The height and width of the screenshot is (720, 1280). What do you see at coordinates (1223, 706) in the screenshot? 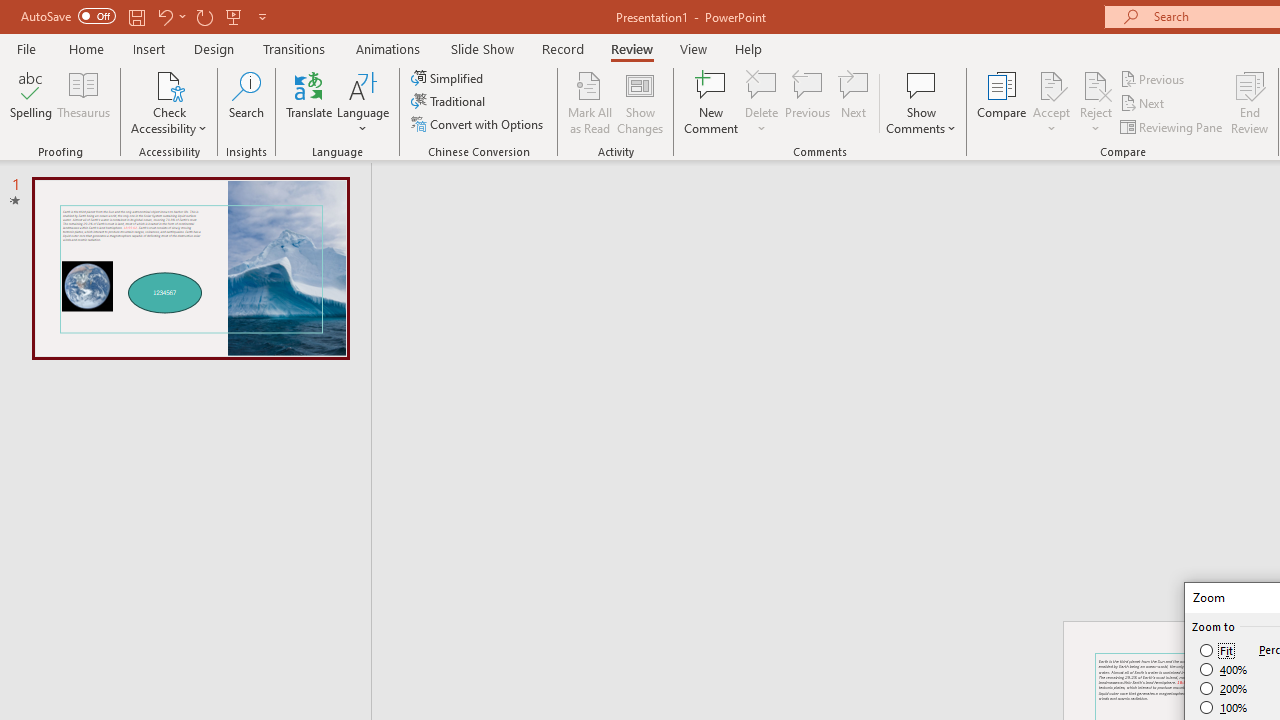
I see `'100%'` at bounding box center [1223, 706].